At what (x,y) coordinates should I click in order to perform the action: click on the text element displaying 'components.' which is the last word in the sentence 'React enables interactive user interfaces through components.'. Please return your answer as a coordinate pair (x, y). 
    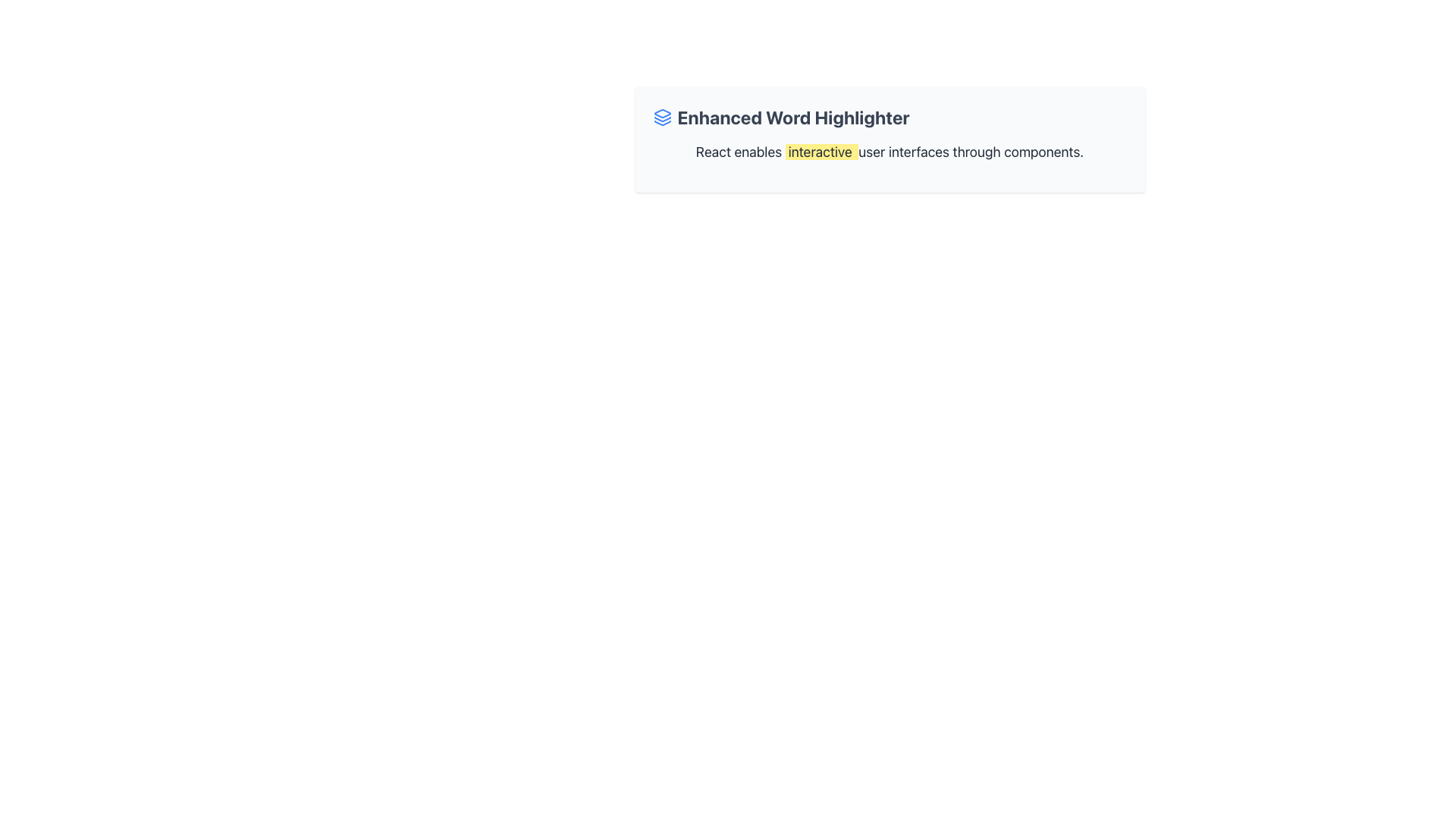
    Looking at the image, I should click on (1043, 152).